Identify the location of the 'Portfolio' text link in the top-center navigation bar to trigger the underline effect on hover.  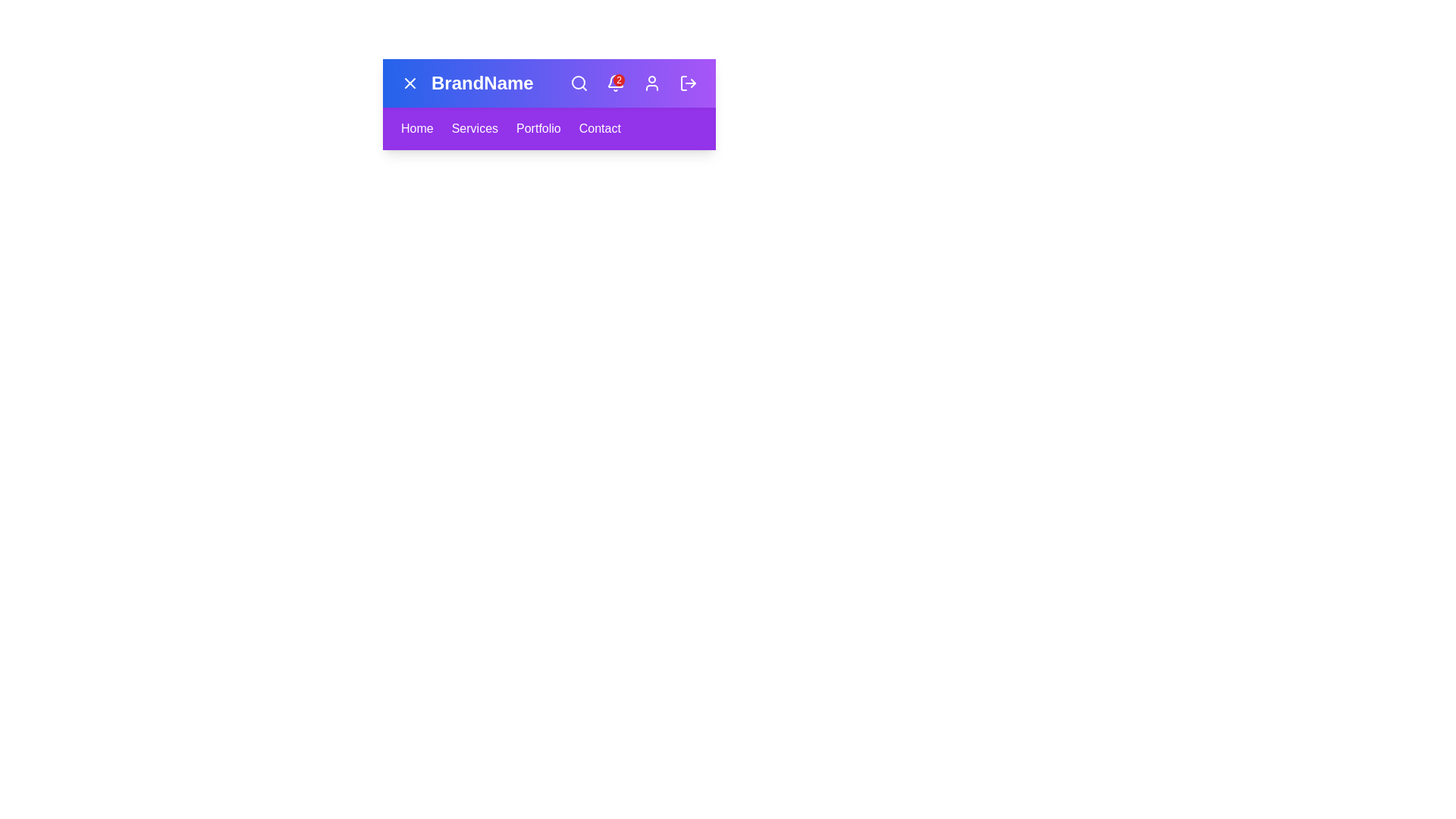
(538, 127).